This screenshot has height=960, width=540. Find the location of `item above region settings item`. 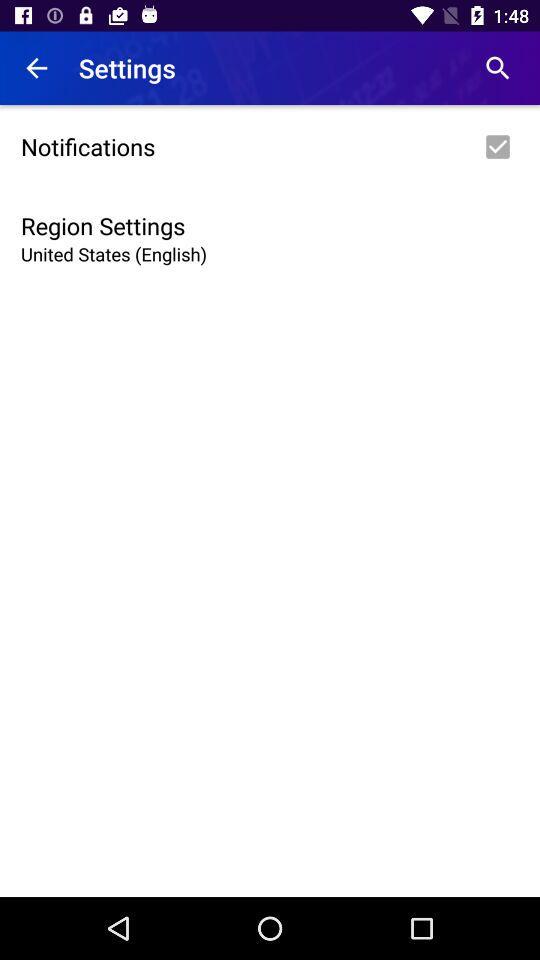

item above region settings item is located at coordinates (270, 145).